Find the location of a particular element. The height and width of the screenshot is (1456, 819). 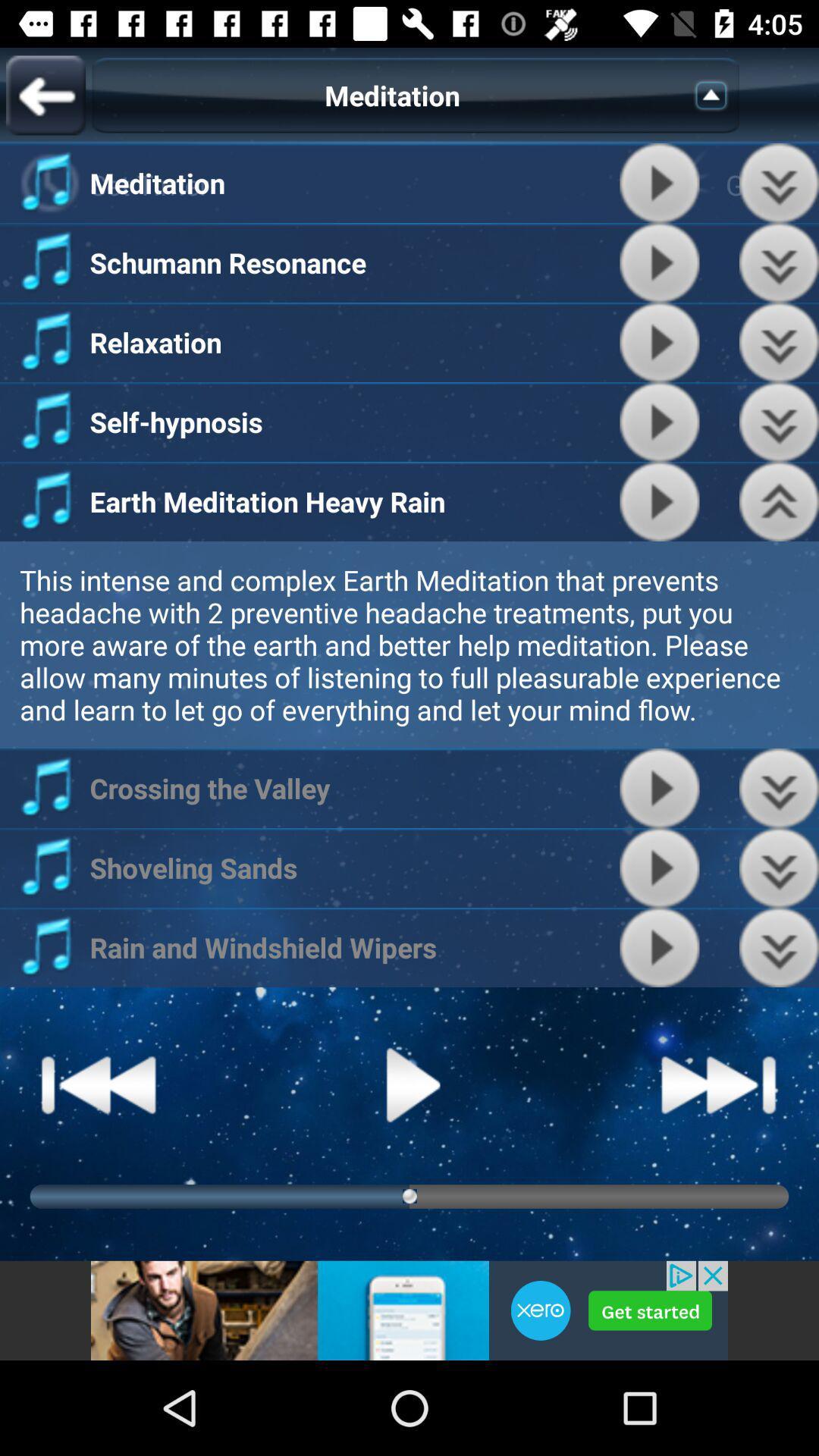

meditation is located at coordinates (659, 422).